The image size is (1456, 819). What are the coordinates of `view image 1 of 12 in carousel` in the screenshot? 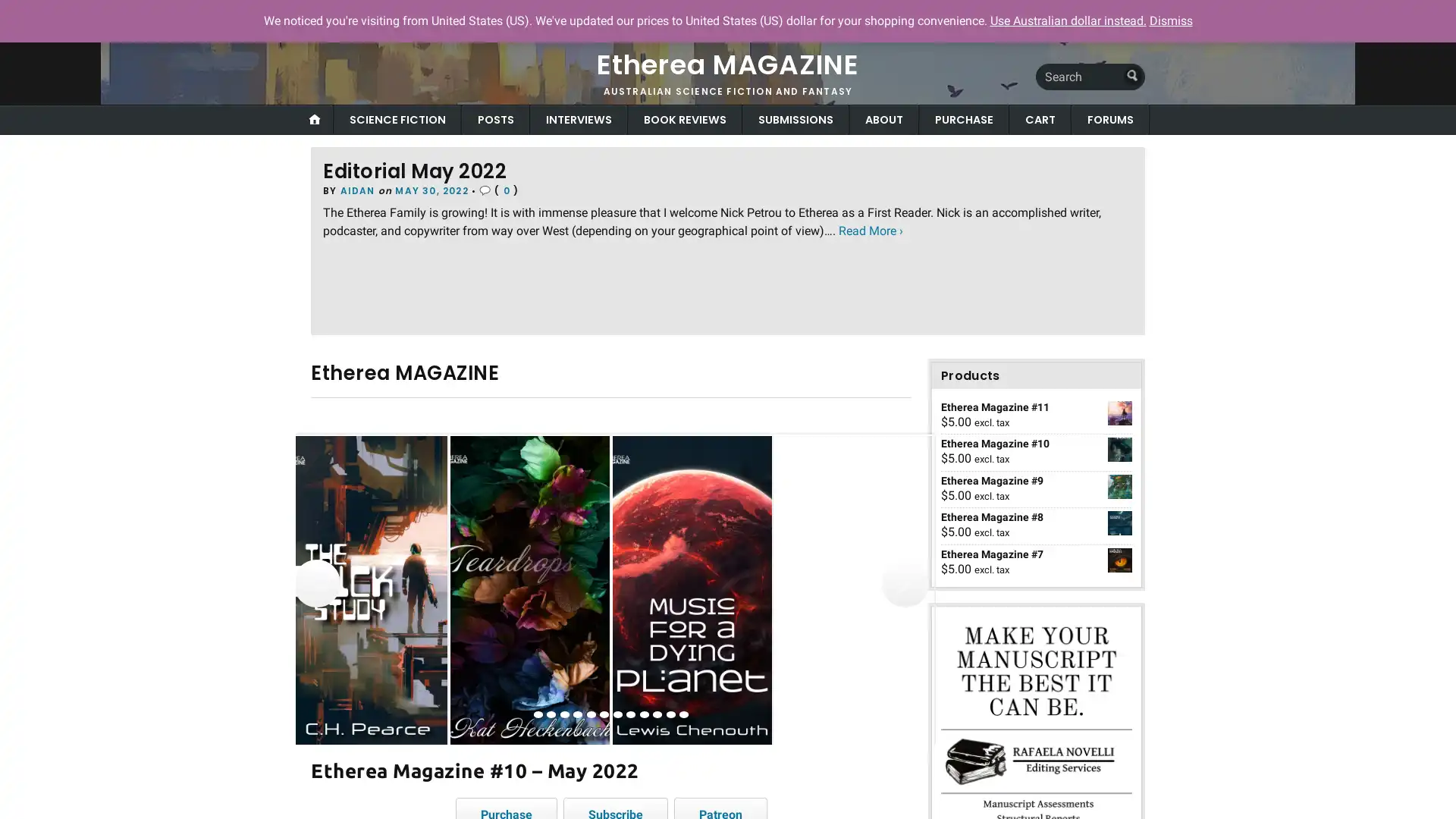 It's located at (538, 714).